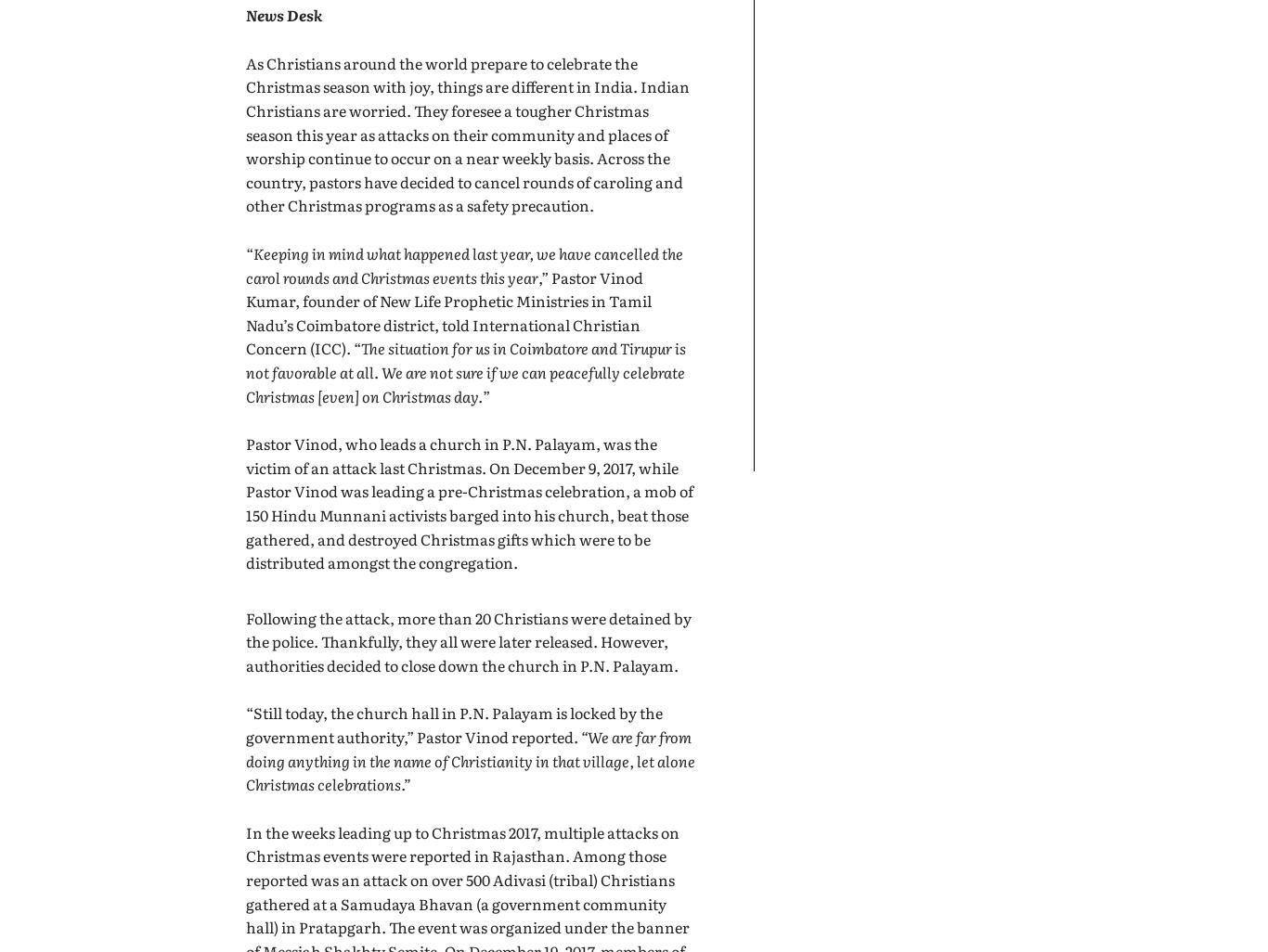 The image size is (1268, 952). I want to click on 'Following the attack, more than 20 Christians were detained by the police. Thankfully, they all were later released. However, authorities decided to close down the church in P.N. Palayam.', so click(246, 639).